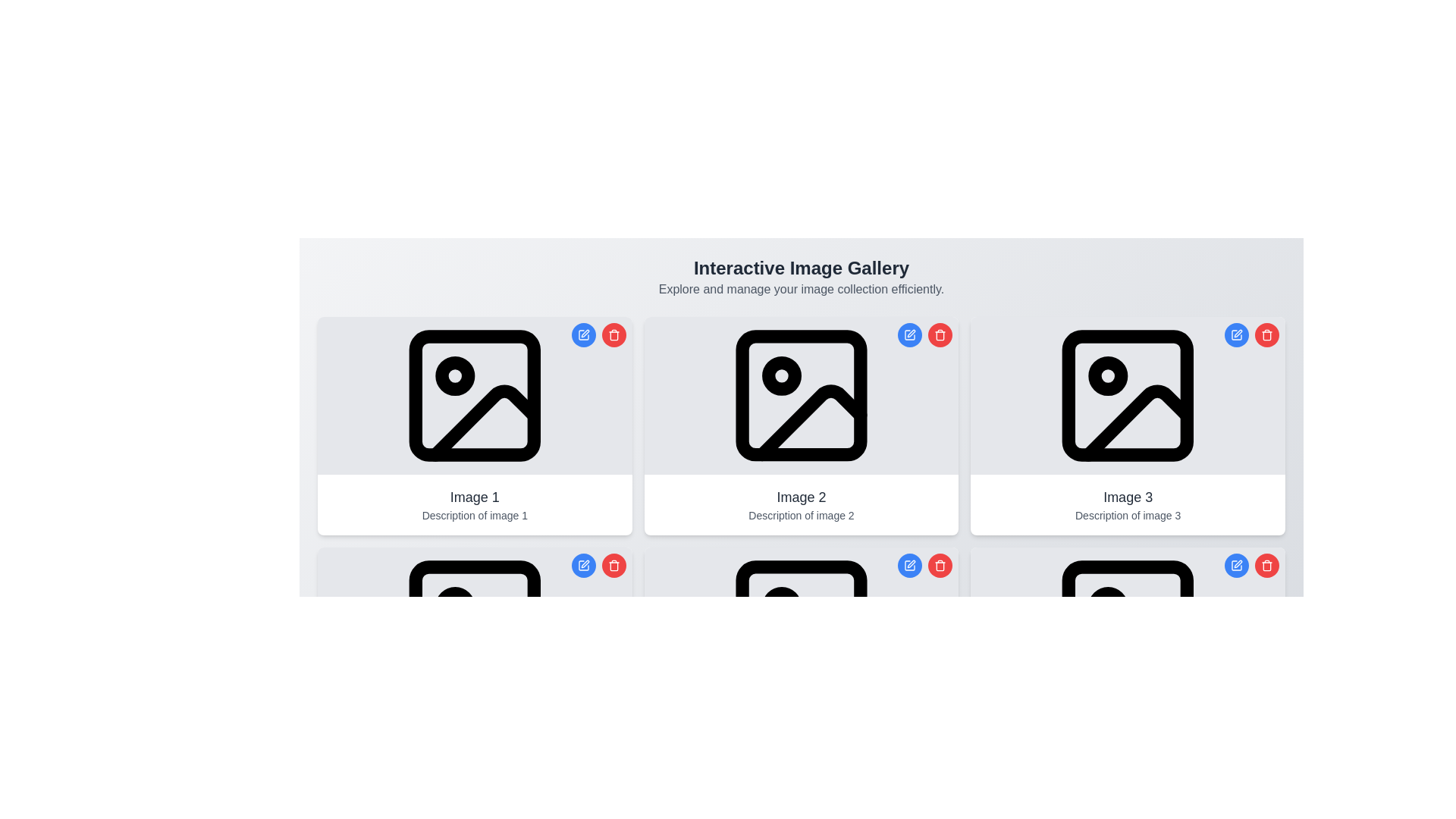  I want to click on the edit button located in the top-right corner of the 'Image 3' card in the interactive image gallery, so click(1237, 565).